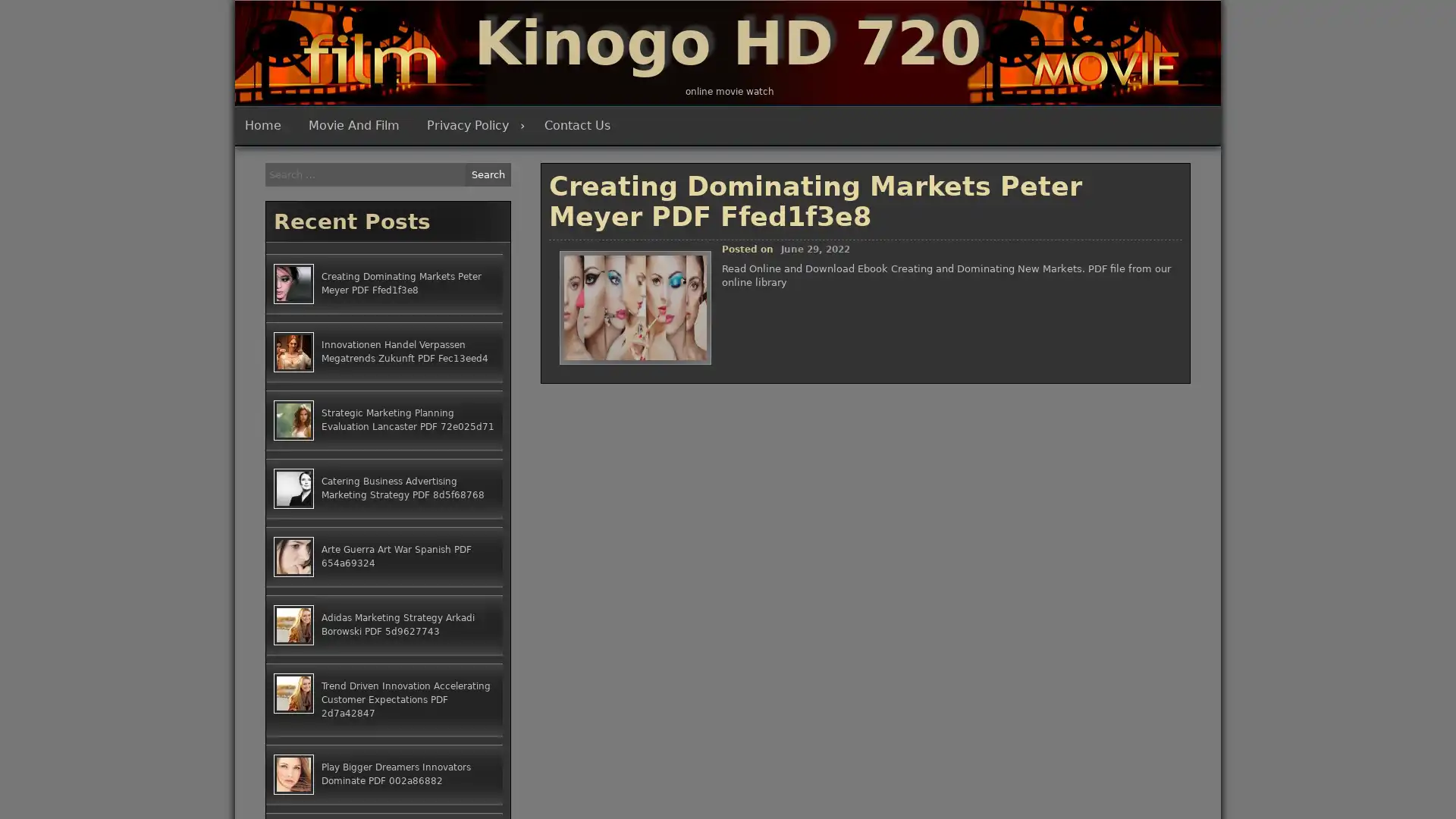 Image resolution: width=1456 pixels, height=819 pixels. What do you see at coordinates (488, 174) in the screenshot?
I see `Search` at bounding box center [488, 174].